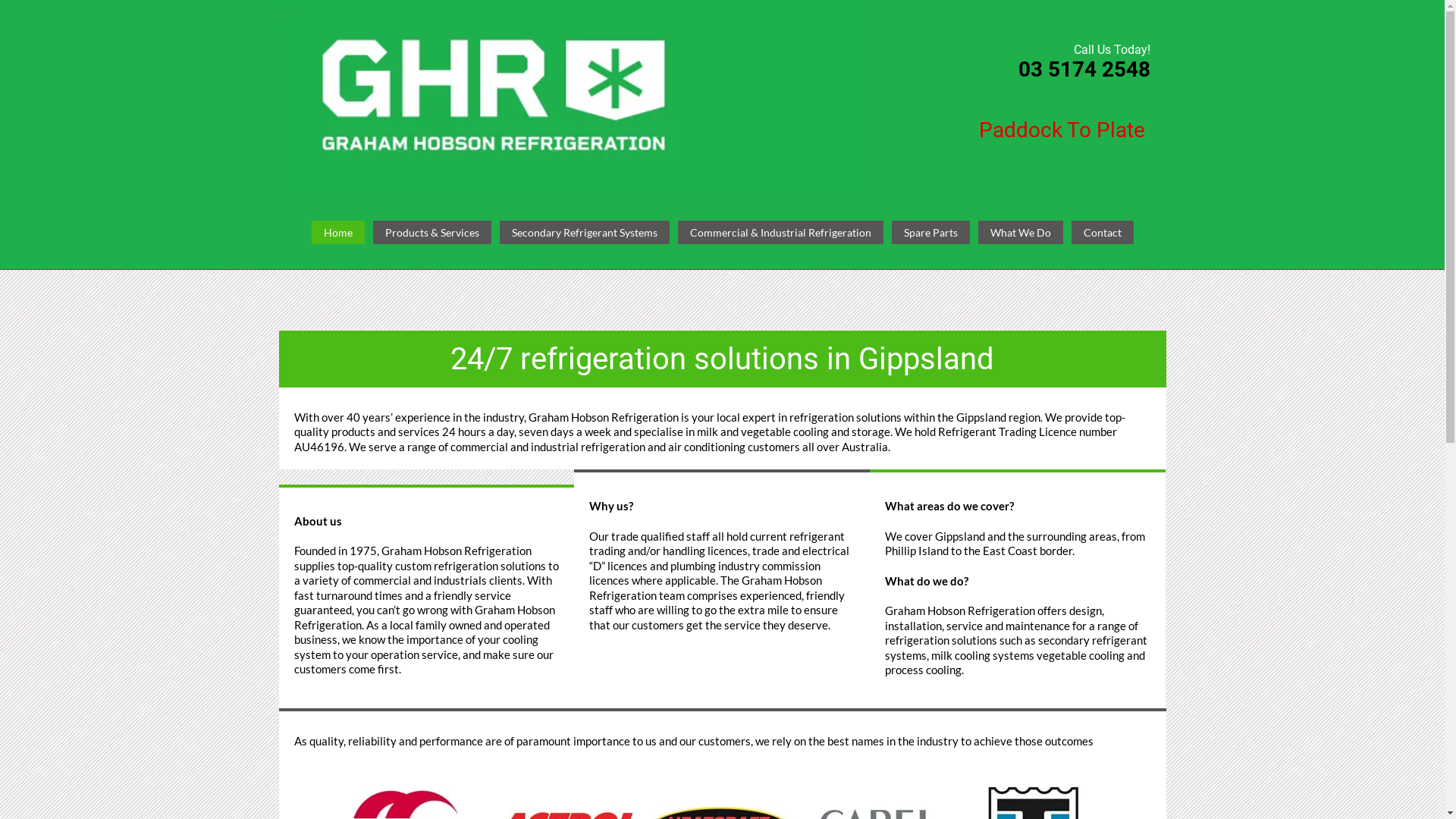 The width and height of the screenshot is (1456, 819). I want to click on 'Commercial & Industrial Refrigeration', so click(780, 233).